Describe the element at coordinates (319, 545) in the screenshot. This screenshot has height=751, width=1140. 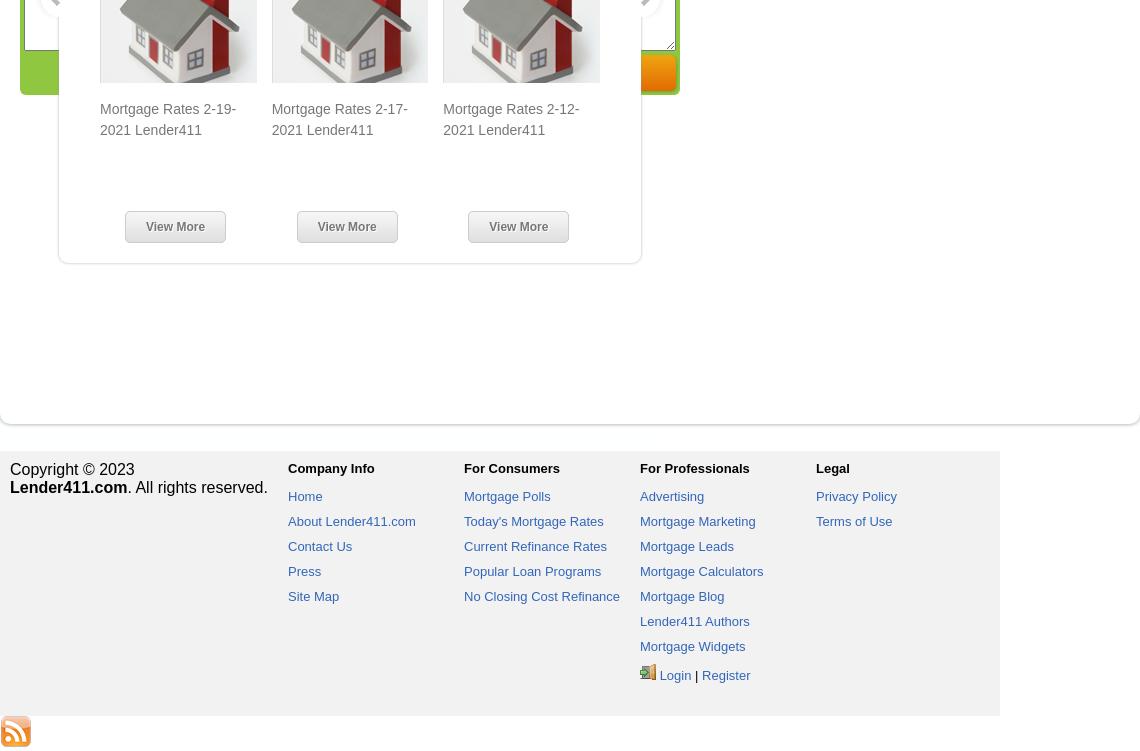
I see `'Contact Us'` at that location.